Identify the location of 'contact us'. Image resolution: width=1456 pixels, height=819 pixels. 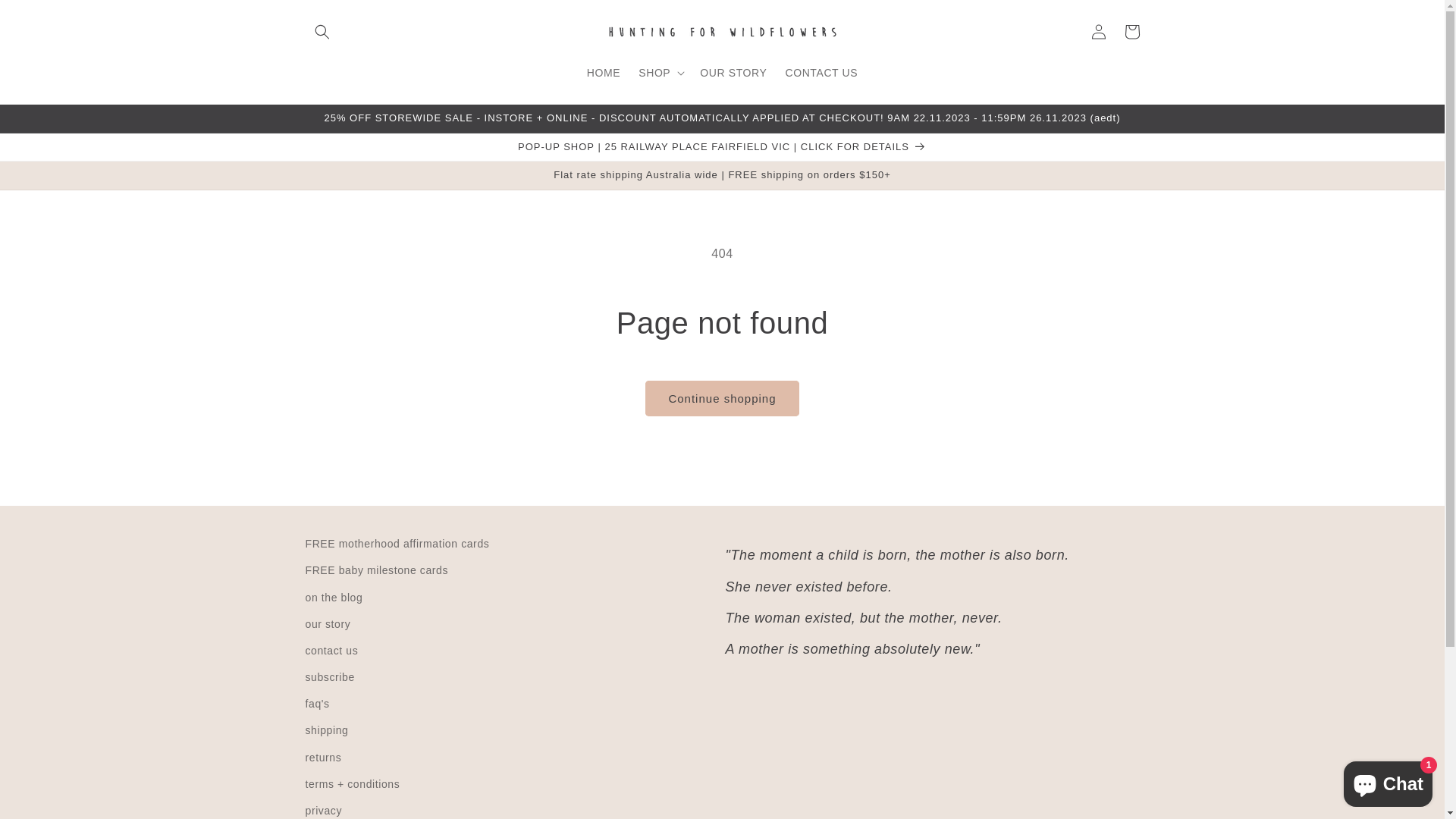
(304, 650).